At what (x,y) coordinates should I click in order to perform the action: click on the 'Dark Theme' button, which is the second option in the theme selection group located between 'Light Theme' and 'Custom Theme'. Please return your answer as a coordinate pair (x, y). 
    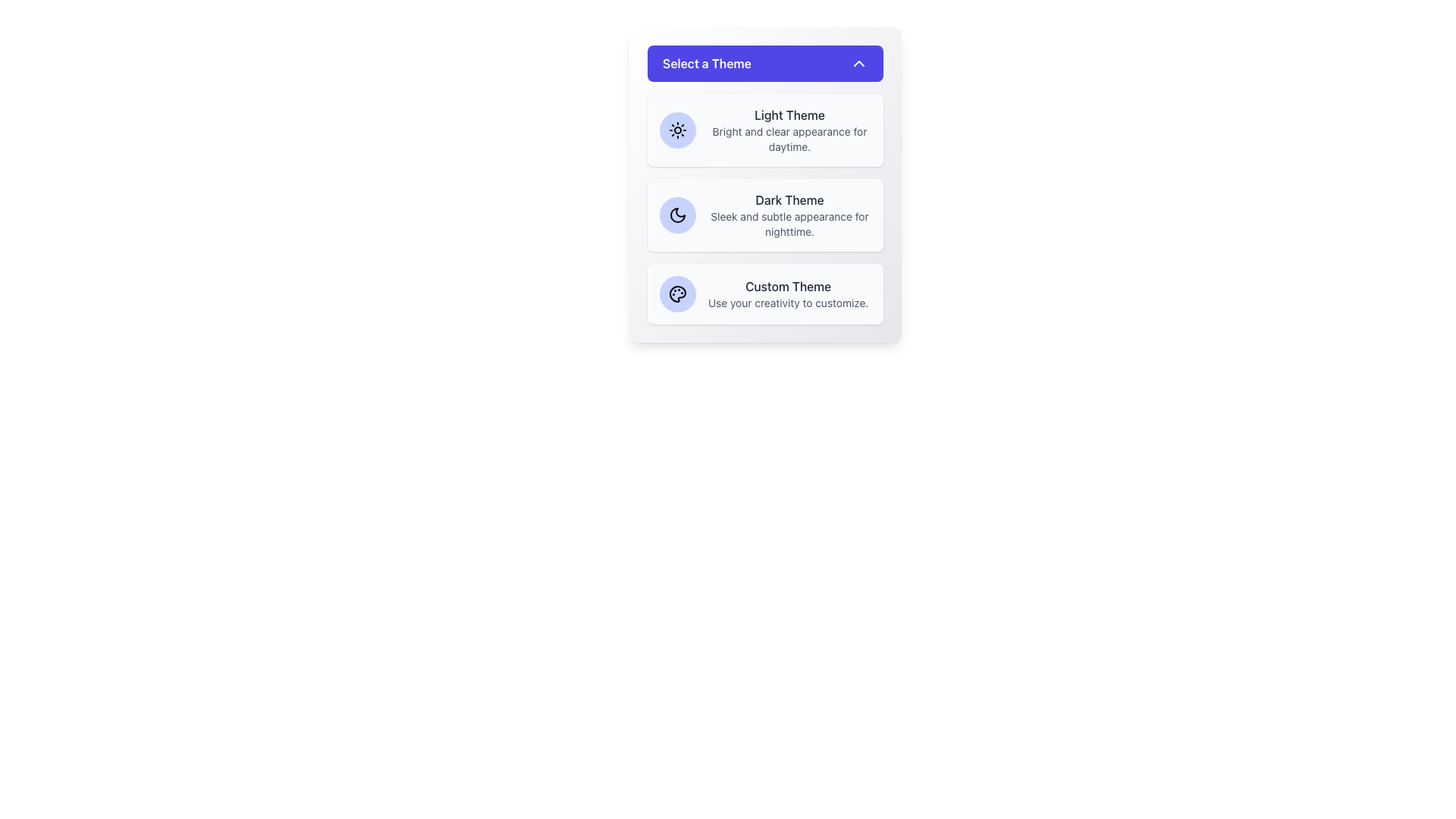
    Looking at the image, I should click on (765, 215).